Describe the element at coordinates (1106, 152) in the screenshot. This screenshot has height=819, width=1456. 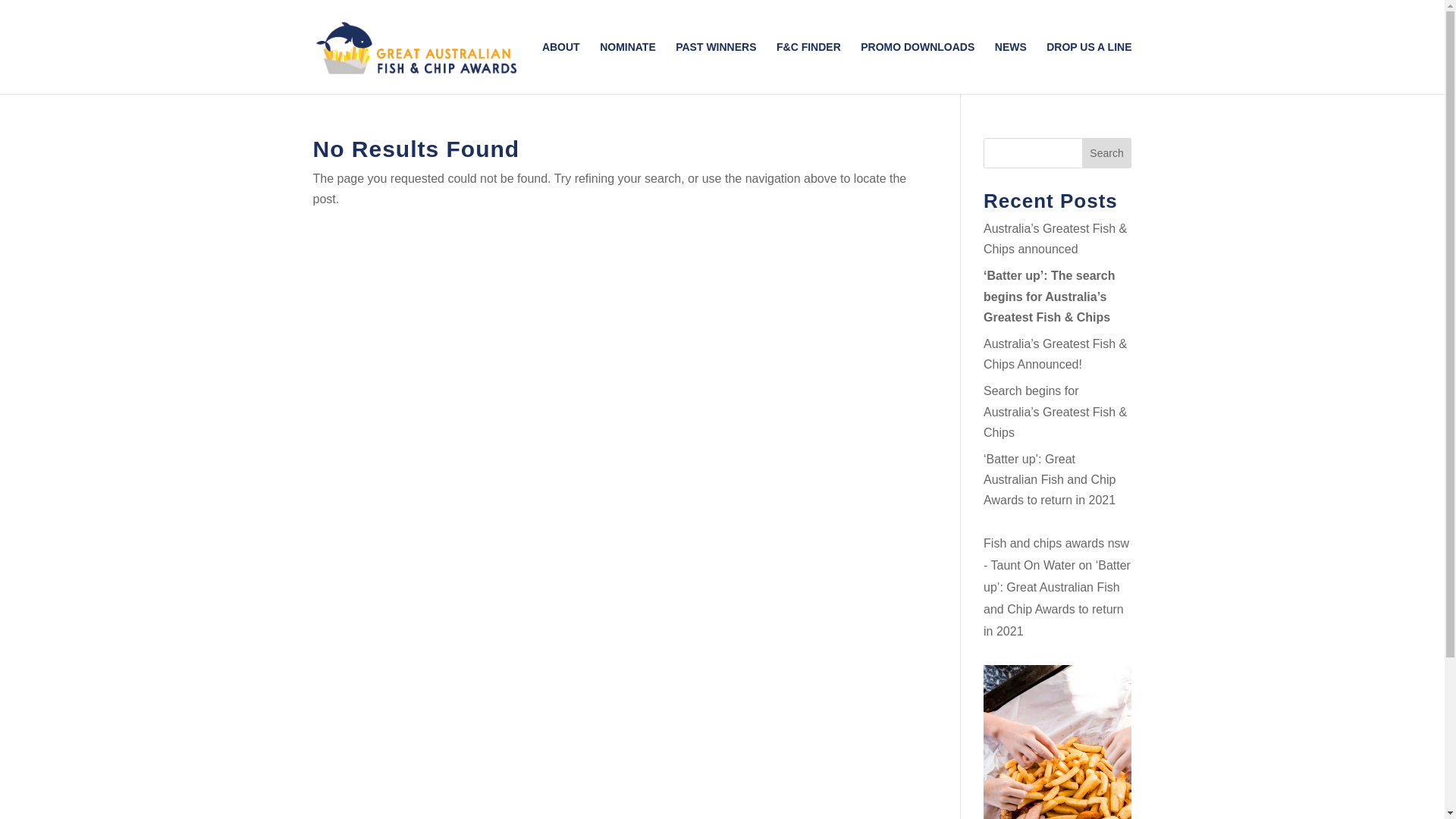
I see `'Search'` at that location.